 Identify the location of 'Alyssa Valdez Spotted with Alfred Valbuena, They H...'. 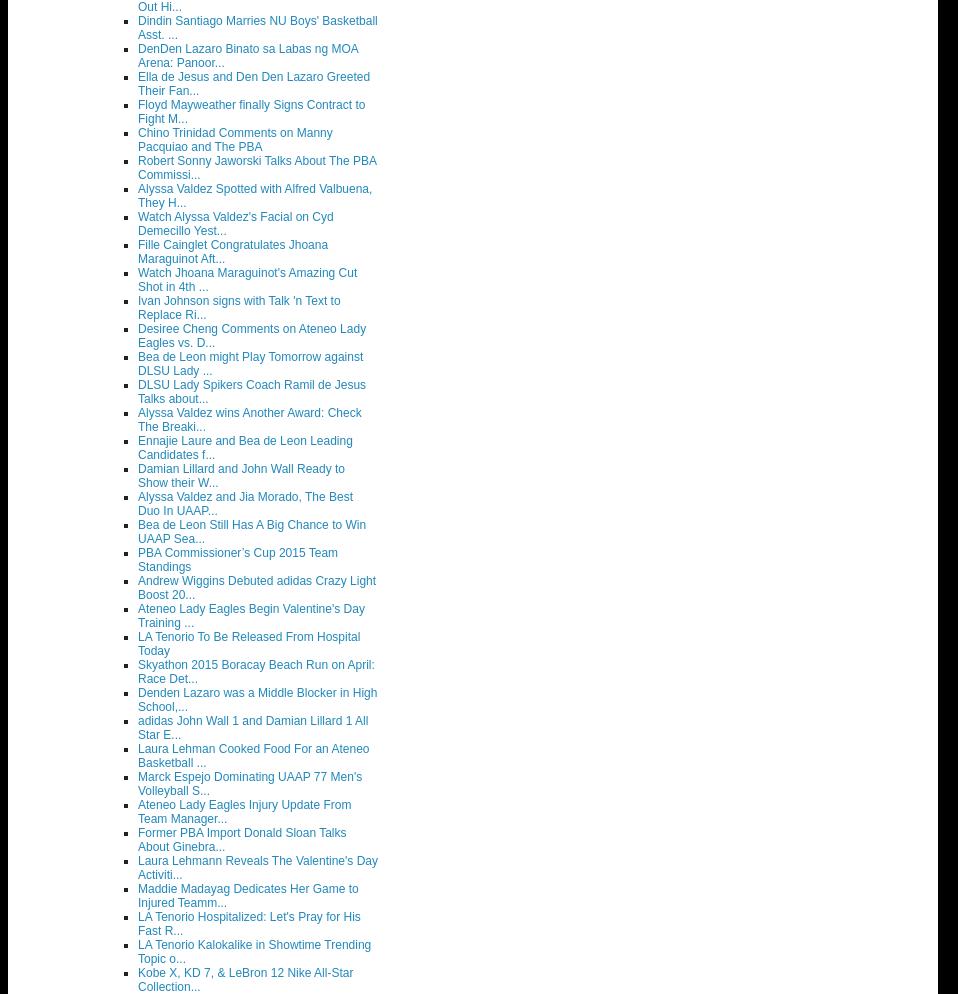
(255, 195).